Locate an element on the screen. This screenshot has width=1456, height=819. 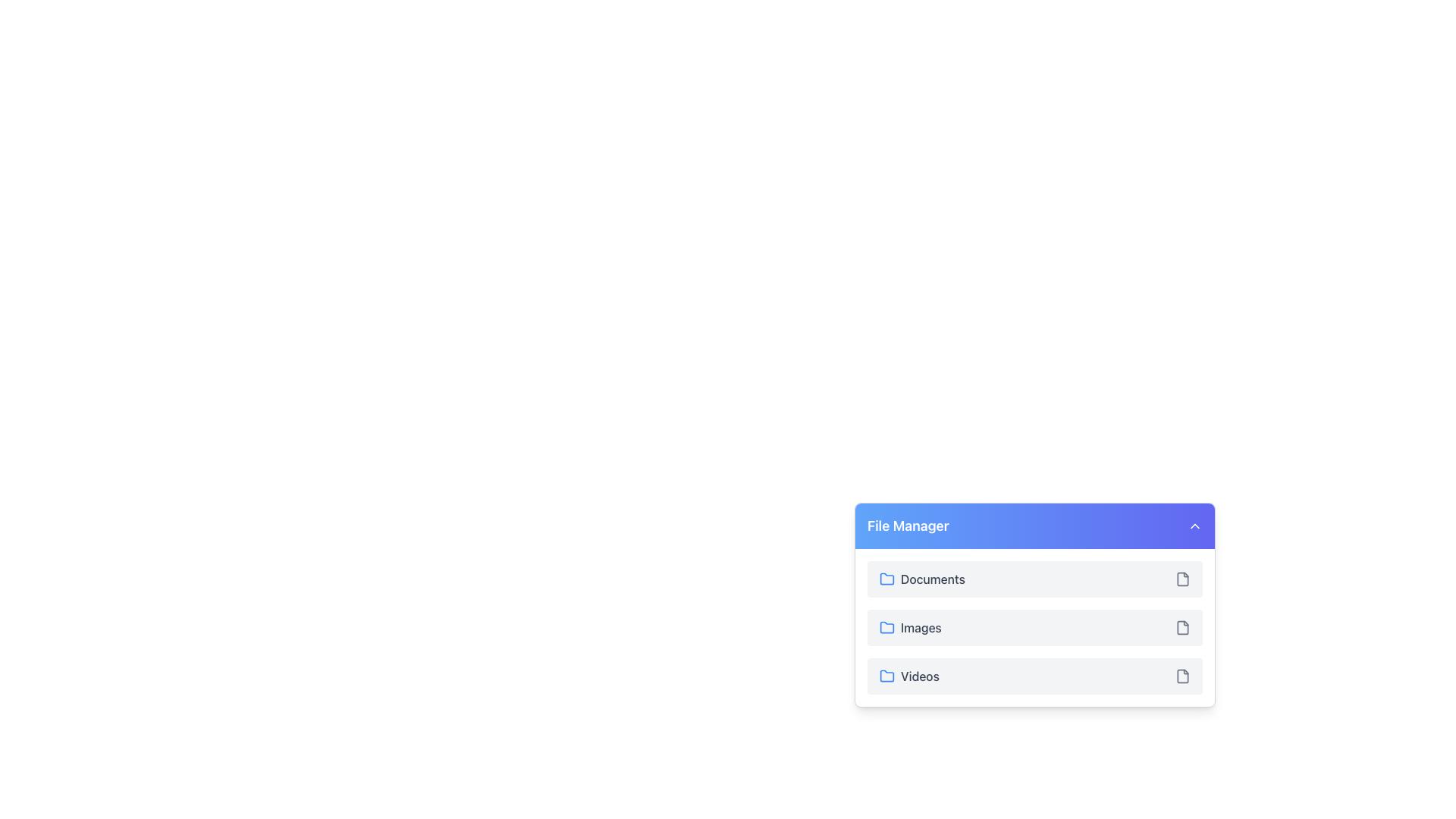
on the 'Images' list item located in the File Manager section is located at coordinates (1034, 640).